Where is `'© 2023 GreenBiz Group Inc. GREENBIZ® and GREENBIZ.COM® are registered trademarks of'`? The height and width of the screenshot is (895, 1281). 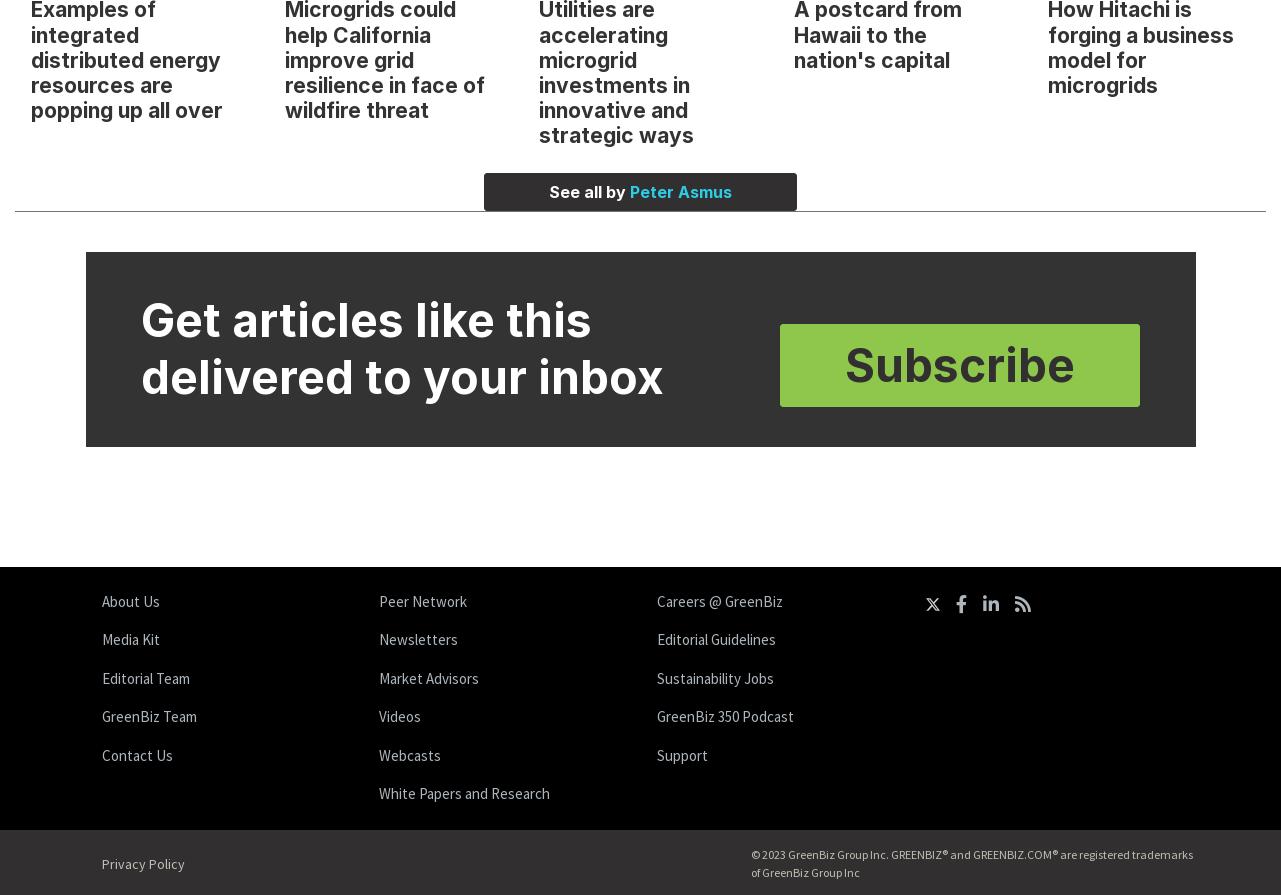
'© 2023 GreenBiz Group Inc. GREENBIZ® and GREENBIZ.COM® are registered trademarks of' is located at coordinates (970, 861).